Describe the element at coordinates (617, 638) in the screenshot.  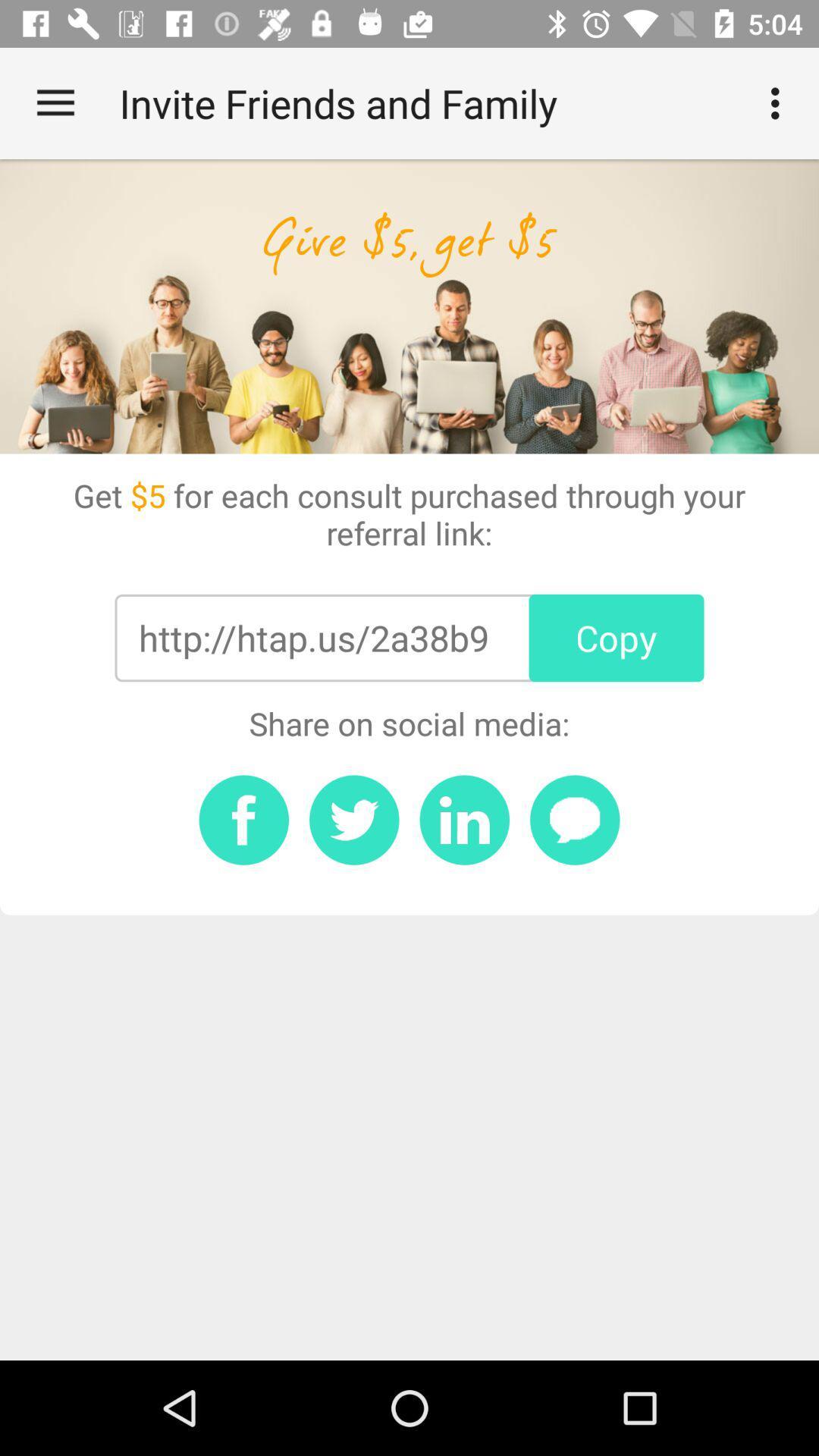
I see `the icon above the share on social item` at that location.